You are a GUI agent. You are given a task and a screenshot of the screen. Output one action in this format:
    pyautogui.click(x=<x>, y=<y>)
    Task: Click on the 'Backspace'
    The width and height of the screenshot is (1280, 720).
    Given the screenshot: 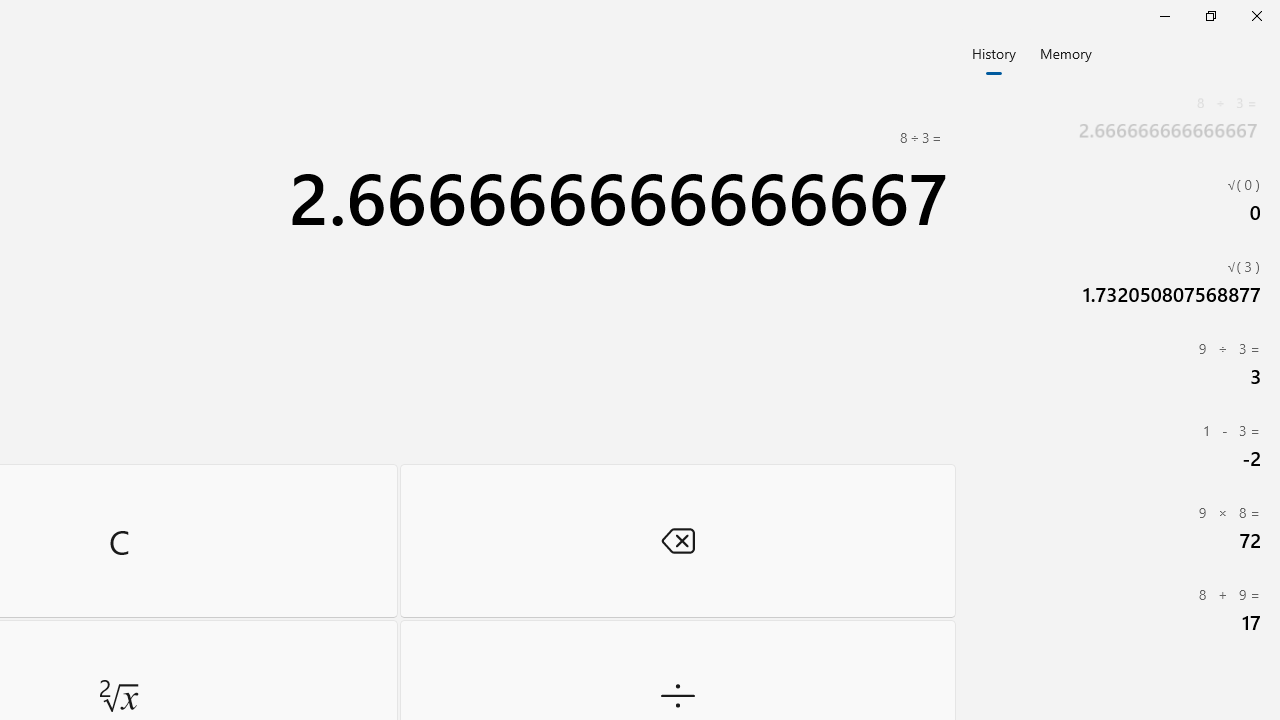 What is the action you would take?
    pyautogui.click(x=677, y=540)
    